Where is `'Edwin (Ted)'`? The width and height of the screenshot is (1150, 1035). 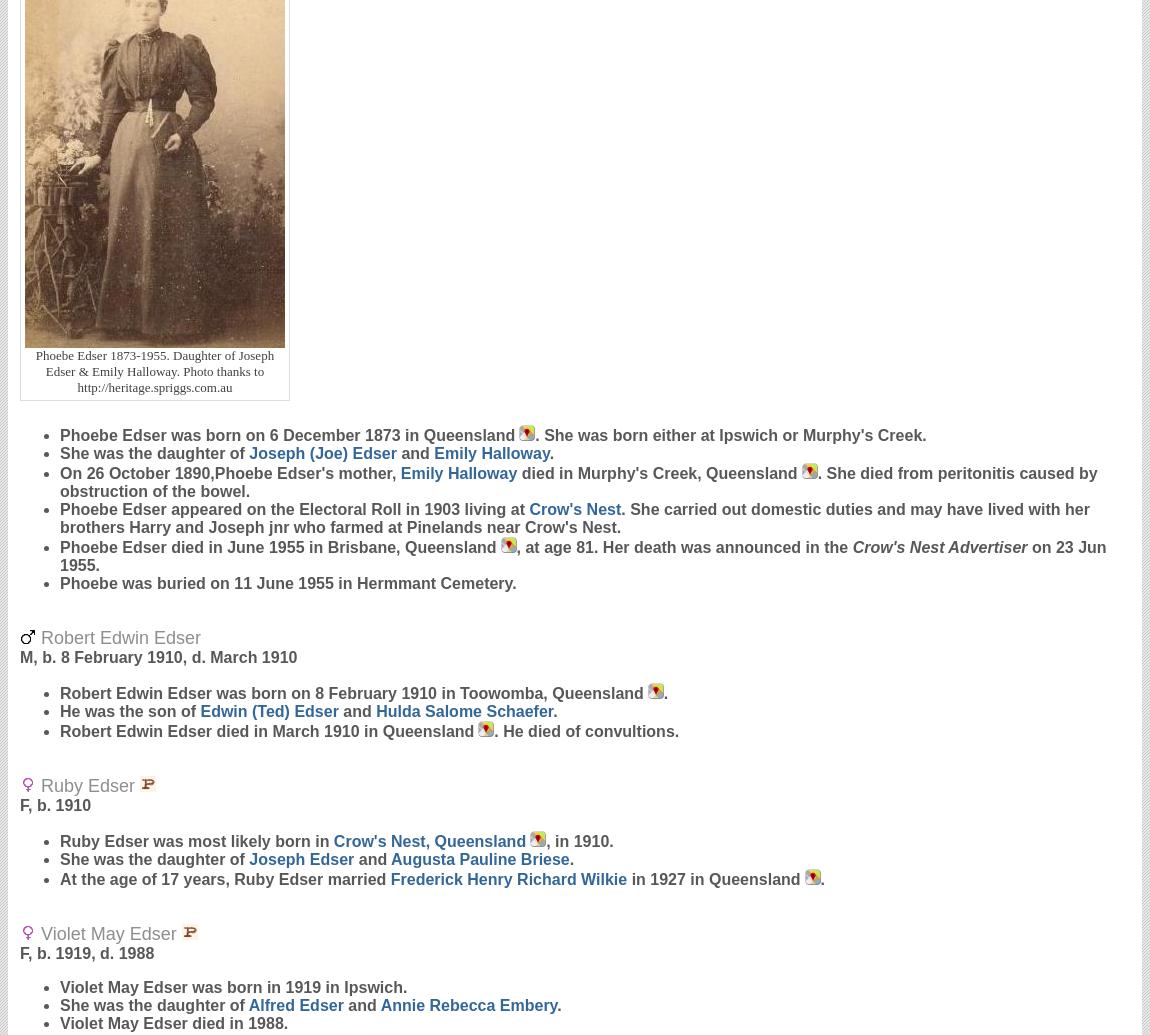 'Edwin (Ted)' is located at coordinates (246, 710).